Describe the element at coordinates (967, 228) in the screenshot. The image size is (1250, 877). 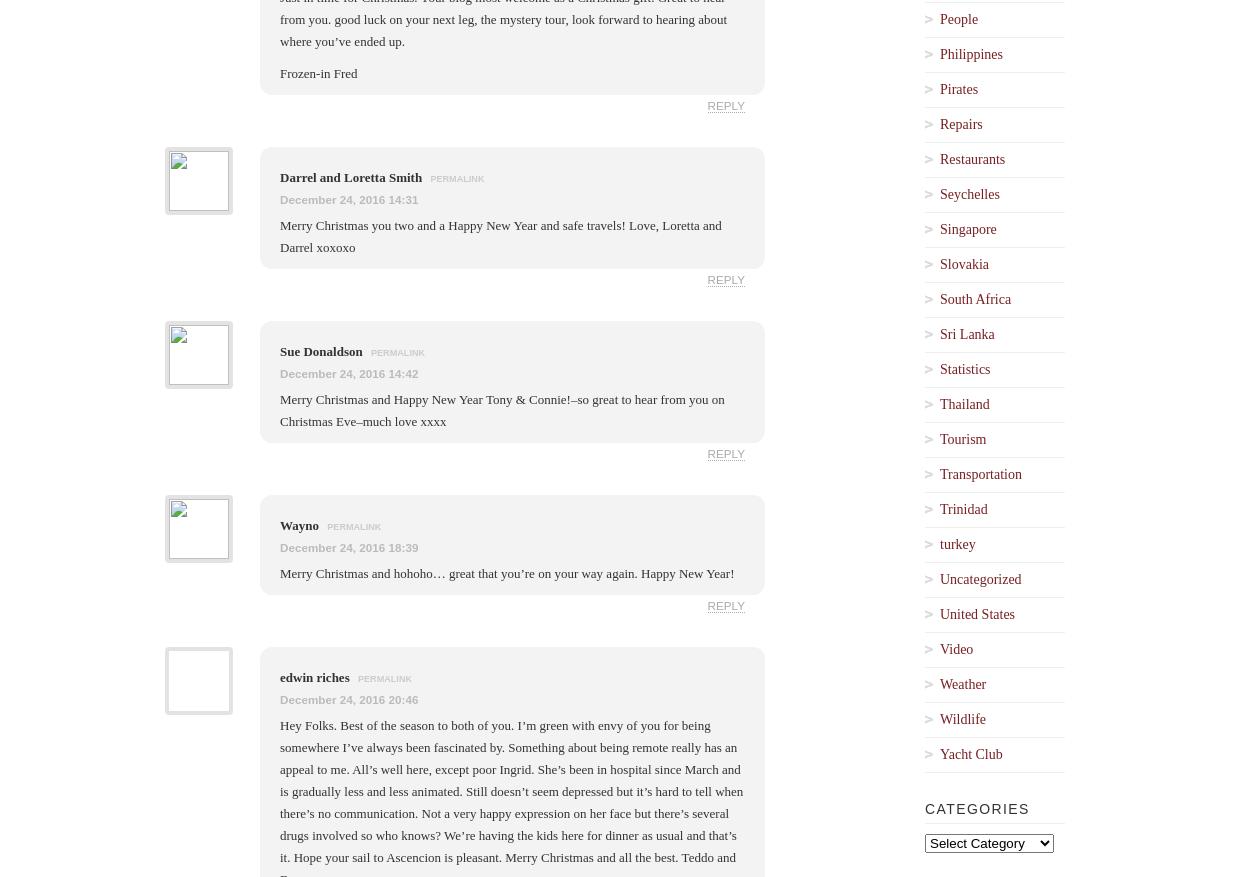
I see `'Singapore'` at that location.